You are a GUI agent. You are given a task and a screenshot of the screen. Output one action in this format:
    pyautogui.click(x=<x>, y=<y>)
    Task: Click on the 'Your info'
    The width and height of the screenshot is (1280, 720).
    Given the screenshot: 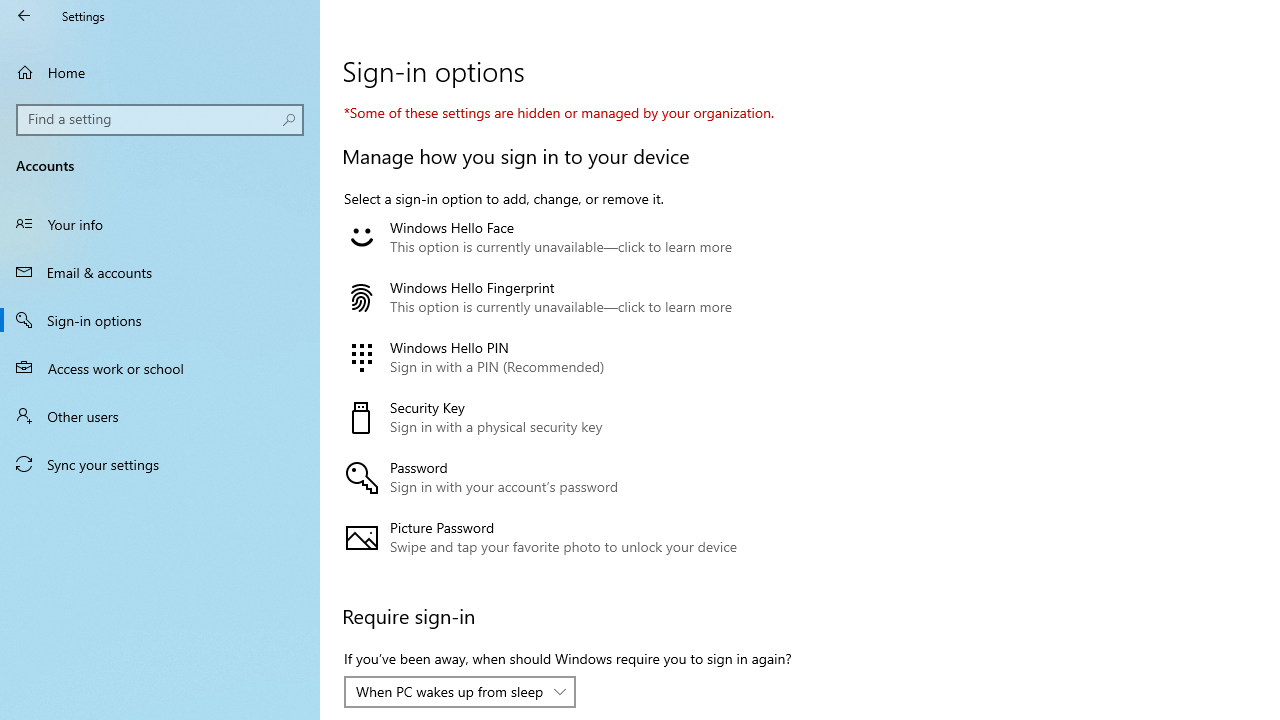 What is the action you would take?
    pyautogui.click(x=160, y=223)
    